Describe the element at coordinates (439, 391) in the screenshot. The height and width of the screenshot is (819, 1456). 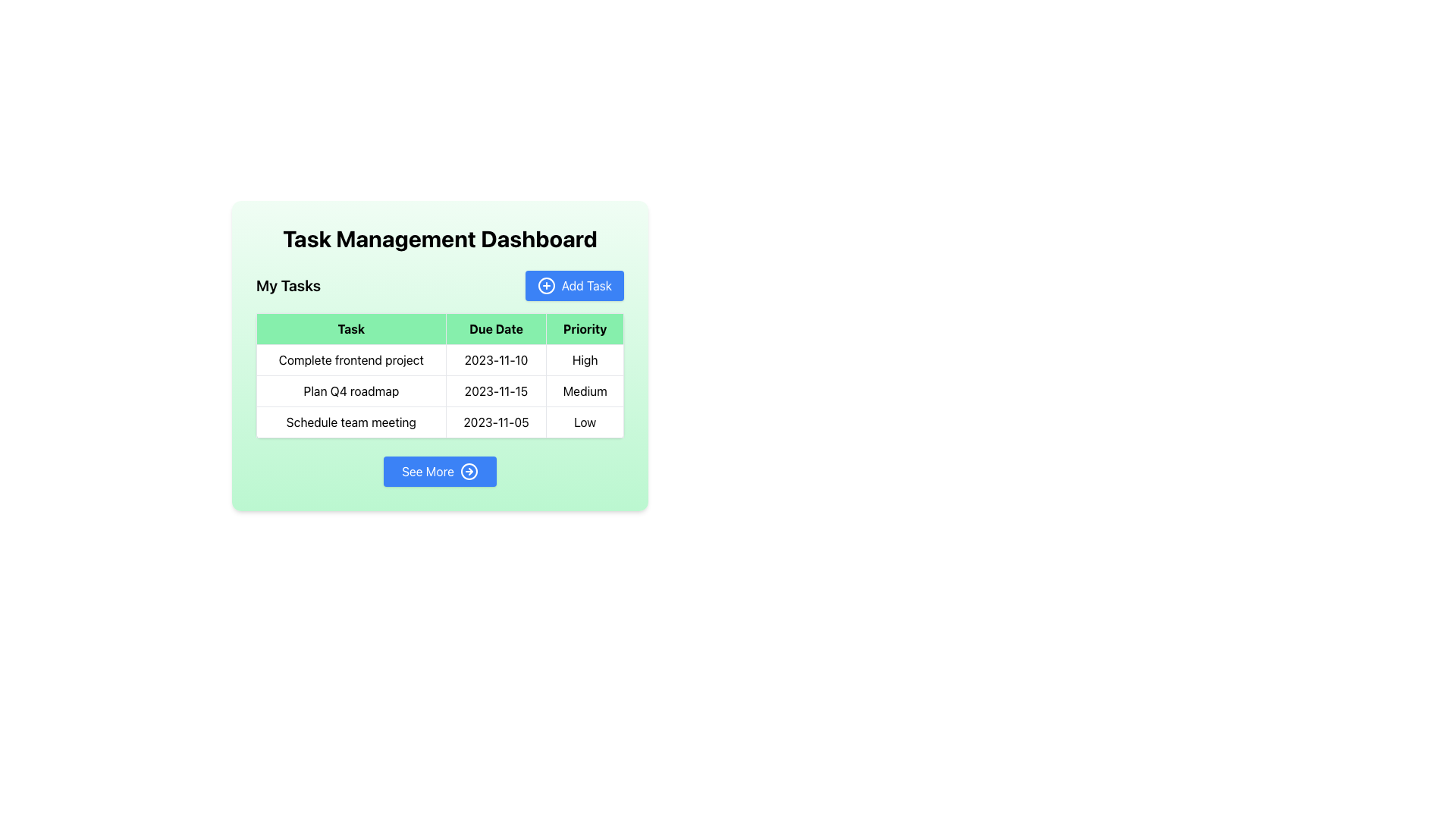
I see `the second row in the task table that displays task information within the 'My Tasks' section of the dashboard` at that location.